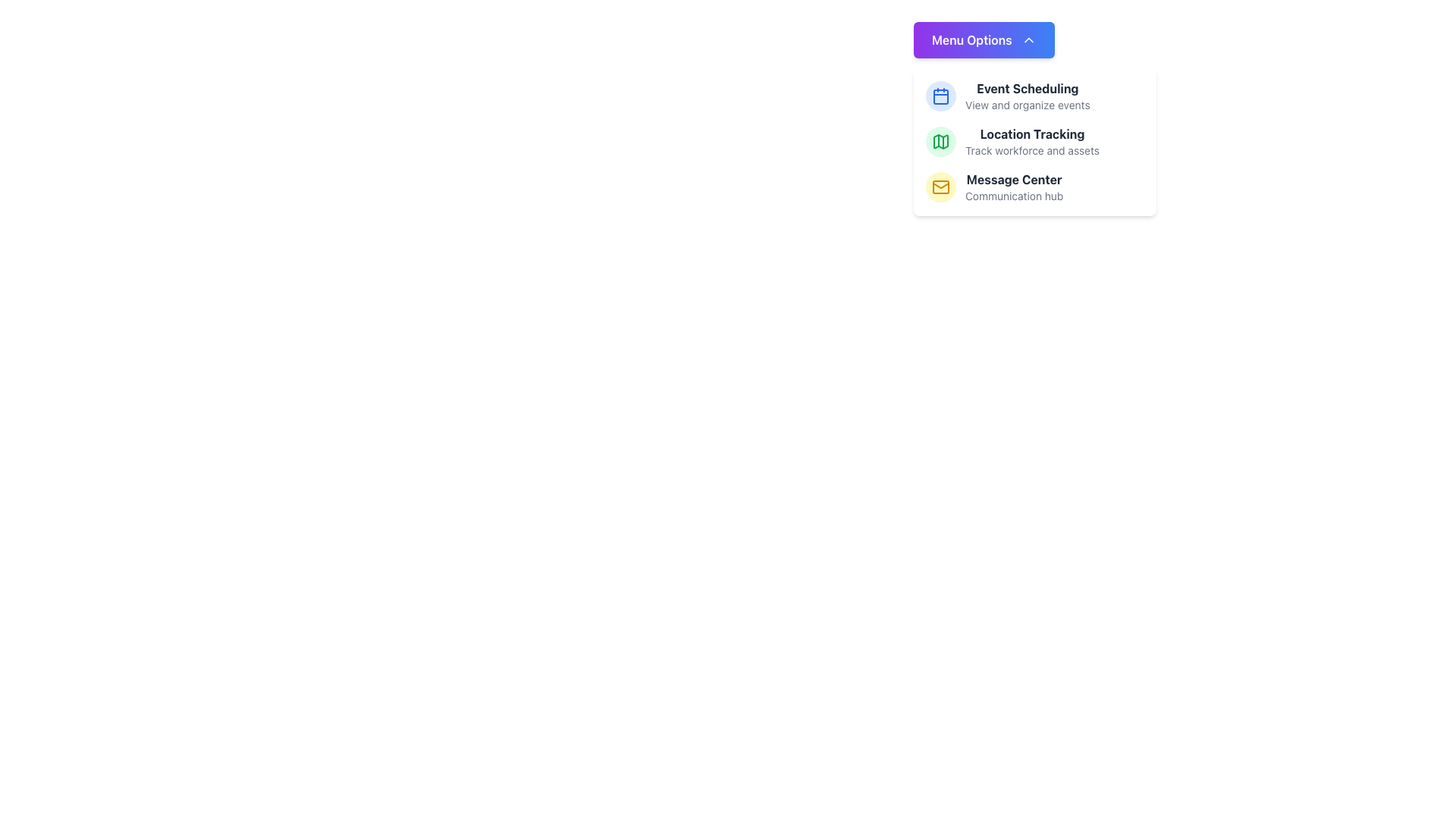 The width and height of the screenshot is (1456, 819). What do you see at coordinates (1031, 151) in the screenshot?
I see `the static text label providing context for the 'Location Tracking' menu option, located beneath the main title 'Location Tracking'` at bounding box center [1031, 151].